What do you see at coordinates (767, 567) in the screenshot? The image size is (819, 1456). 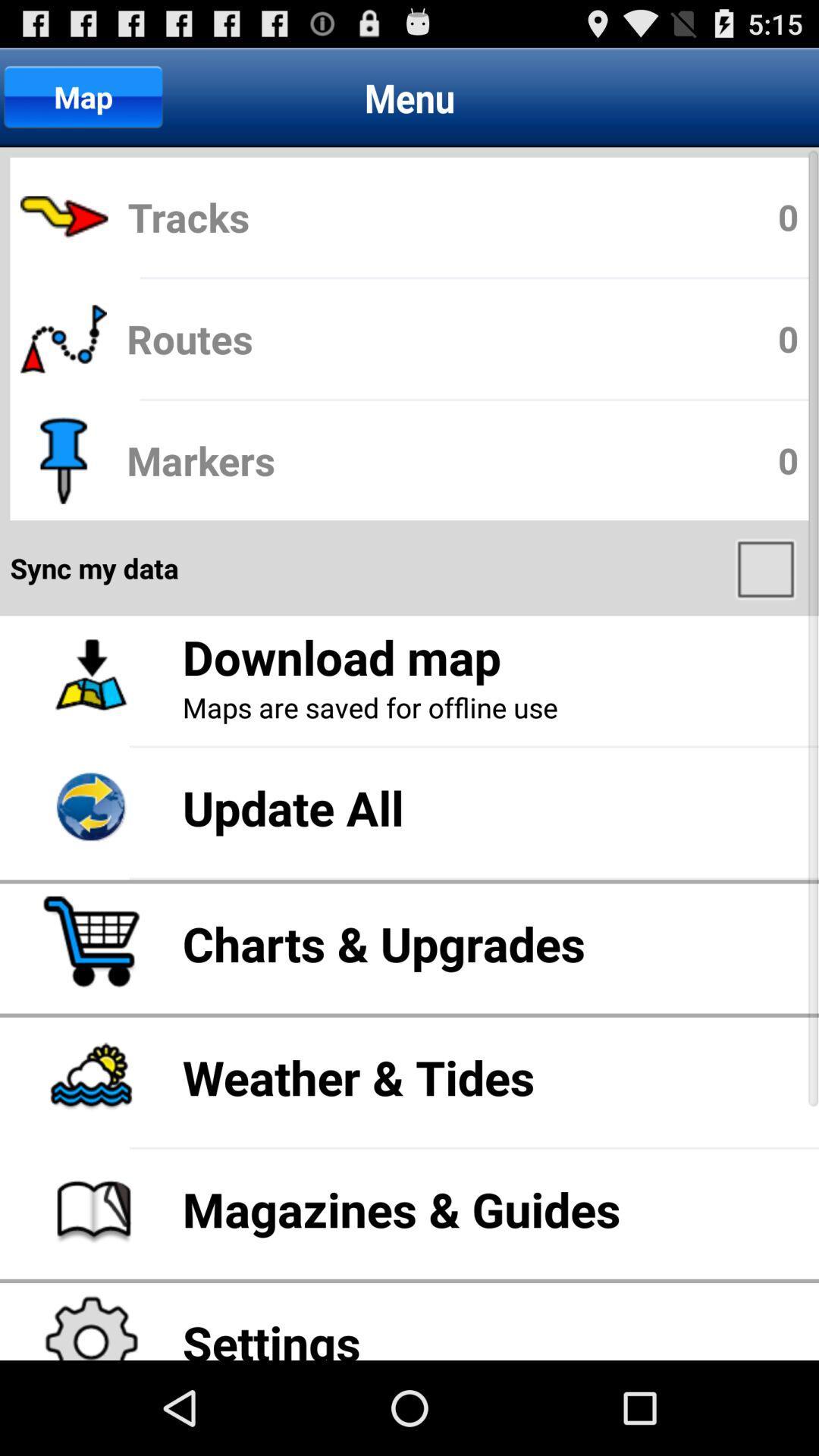 I see `the item to the right of the sync my data item` at bounding box center [767, 567].